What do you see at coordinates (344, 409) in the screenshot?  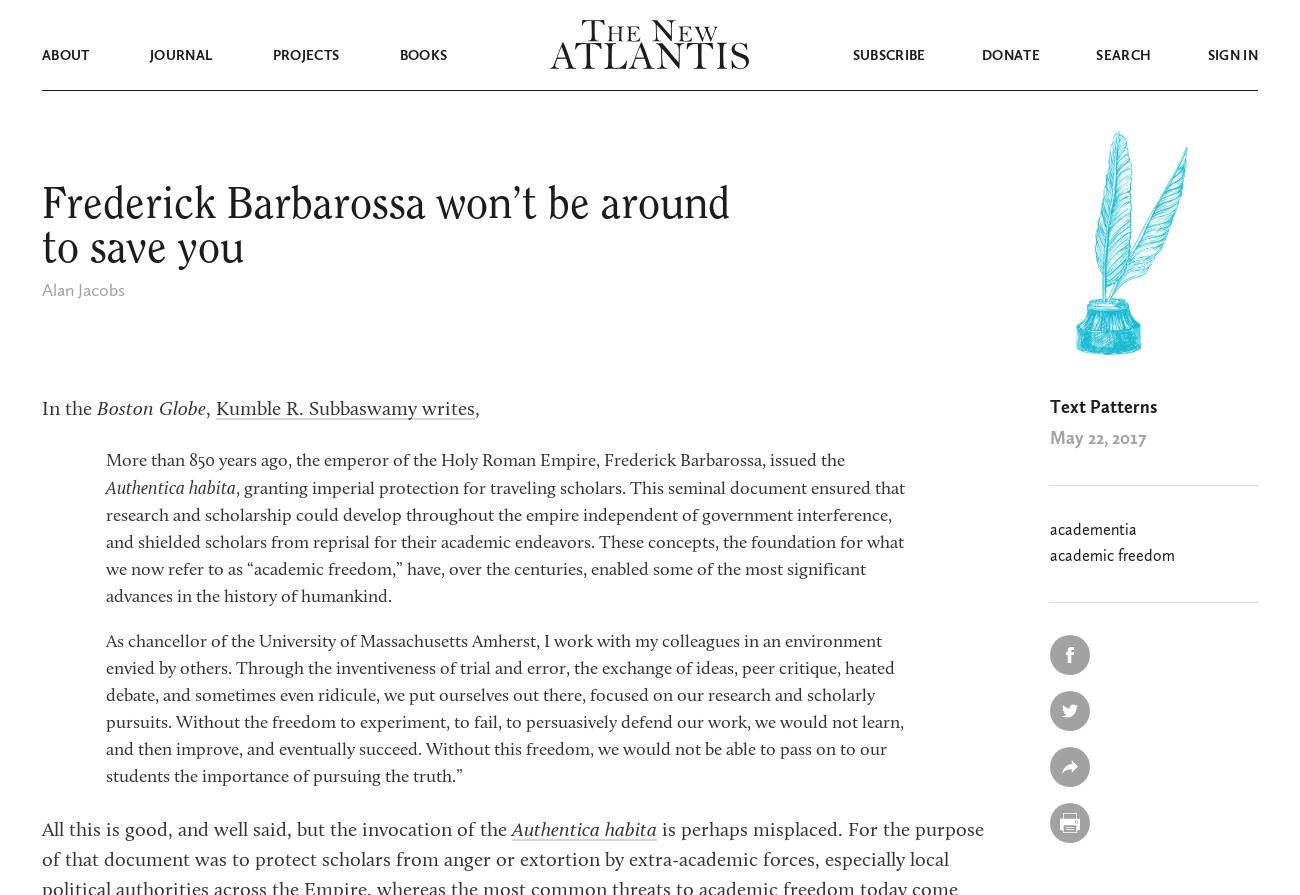 I see `'Kumble R. Subbaswamy writes'` at bounding box center [344, 409].